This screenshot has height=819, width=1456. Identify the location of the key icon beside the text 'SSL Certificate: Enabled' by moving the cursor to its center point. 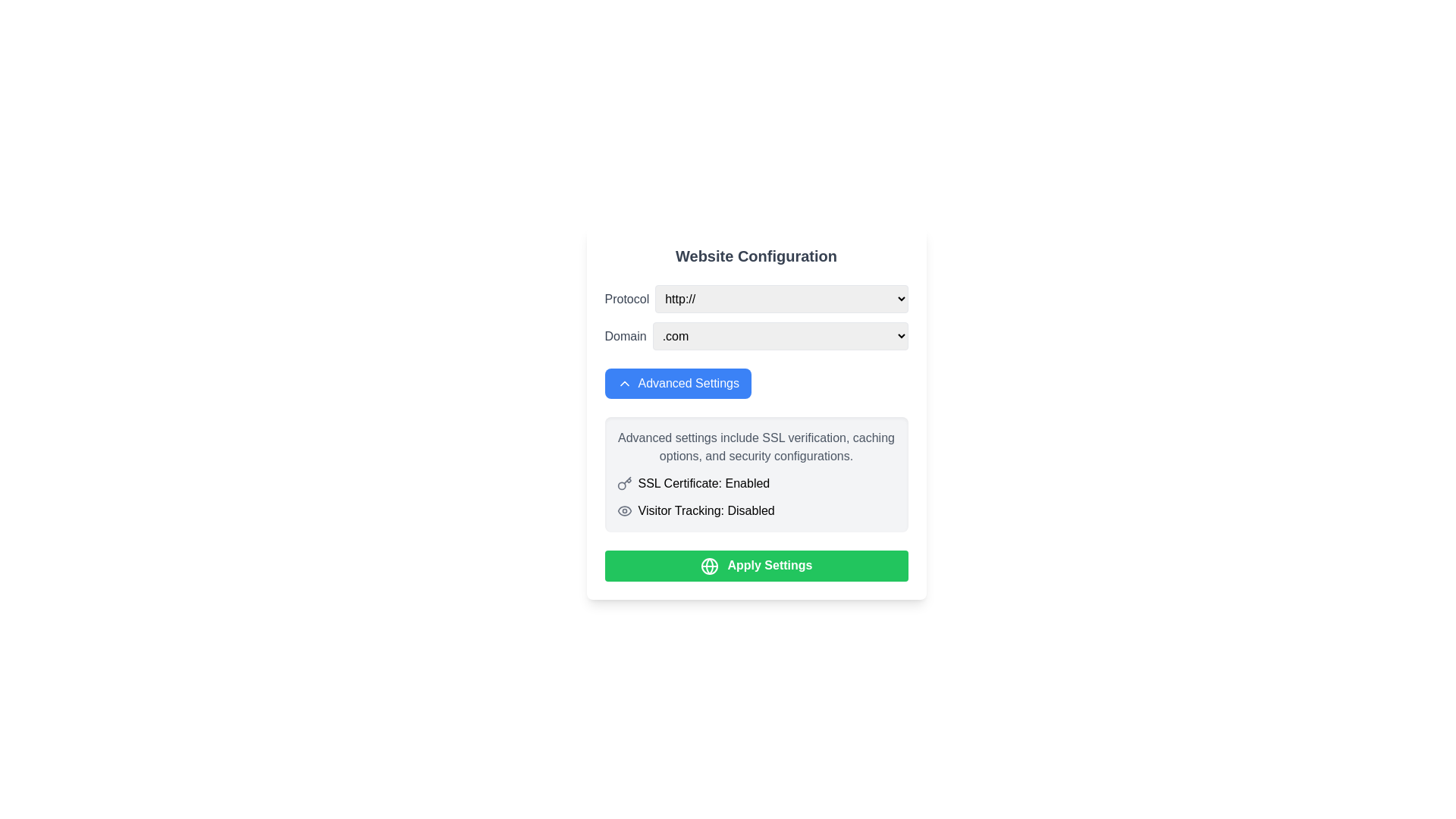
(624, 483).